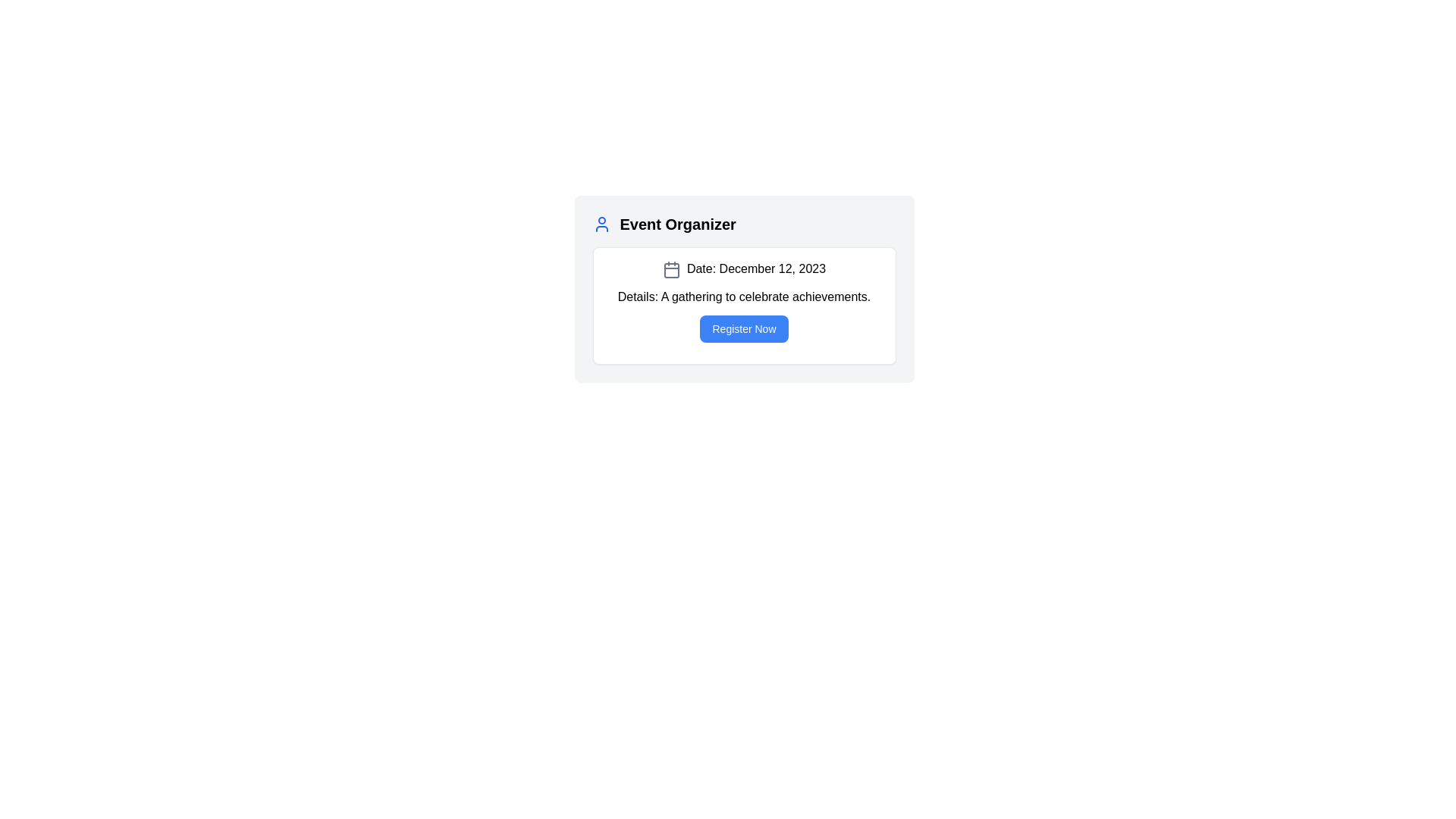  What do you see at coordinates (670, 268) in the screenshot?
I see `the calendar icon located to the immediate left of the text 'Date: December 12, 2023'` at bounding box center [670, 268].